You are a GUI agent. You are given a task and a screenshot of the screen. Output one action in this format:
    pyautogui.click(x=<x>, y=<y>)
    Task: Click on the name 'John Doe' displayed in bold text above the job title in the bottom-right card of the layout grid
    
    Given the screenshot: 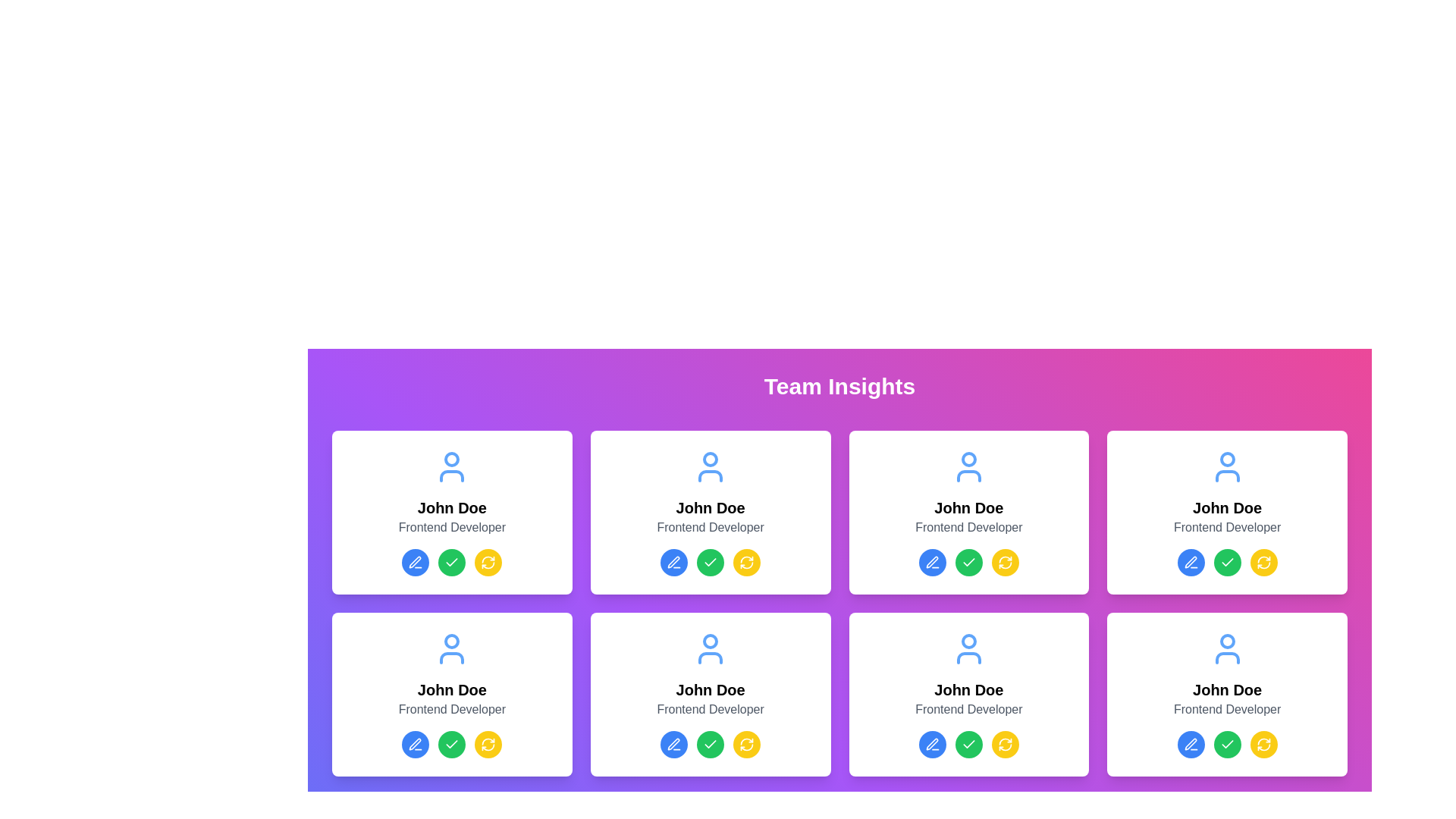 What is the action you would take?
    pyautogui.click(x=968, y=690)
    